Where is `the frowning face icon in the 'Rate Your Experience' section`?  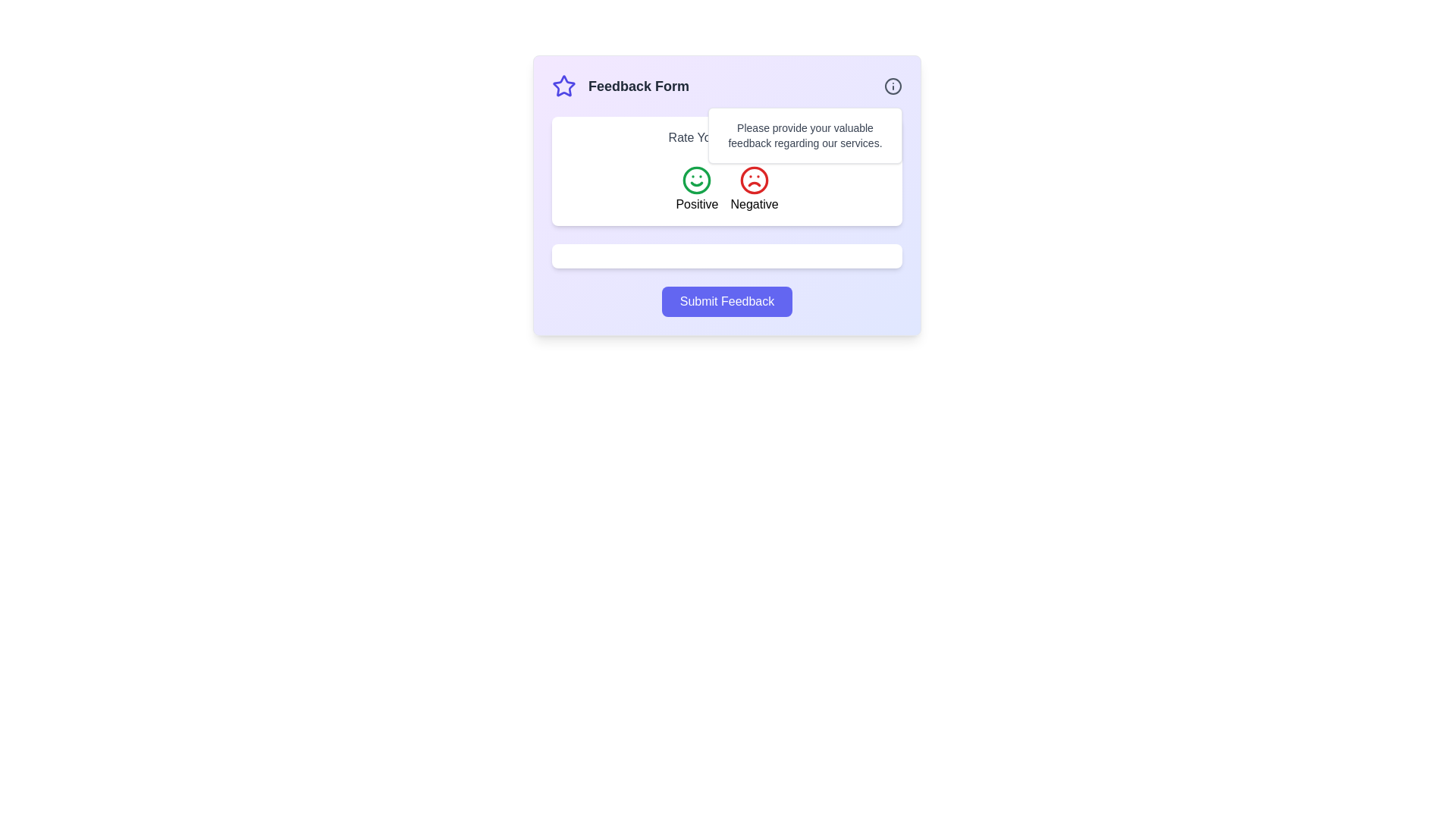
the frowning face icon in the 'Rate Your Experience' section is located at coordinates (754, 180).